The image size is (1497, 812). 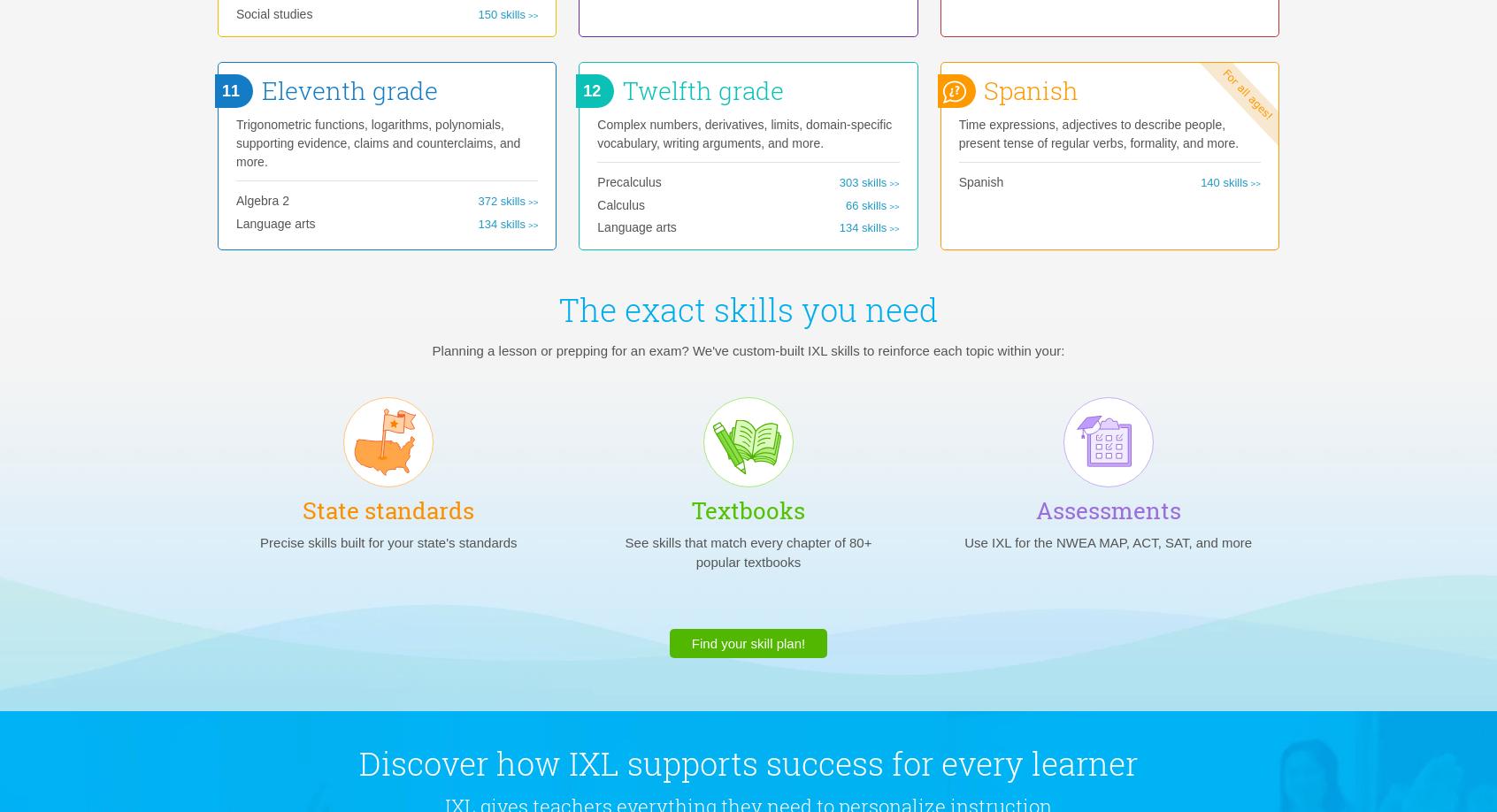 What do you see at coordinates (349, 89) in the screenshot?
I see `'Eleventh grade'` at bounding box center [349, 89].